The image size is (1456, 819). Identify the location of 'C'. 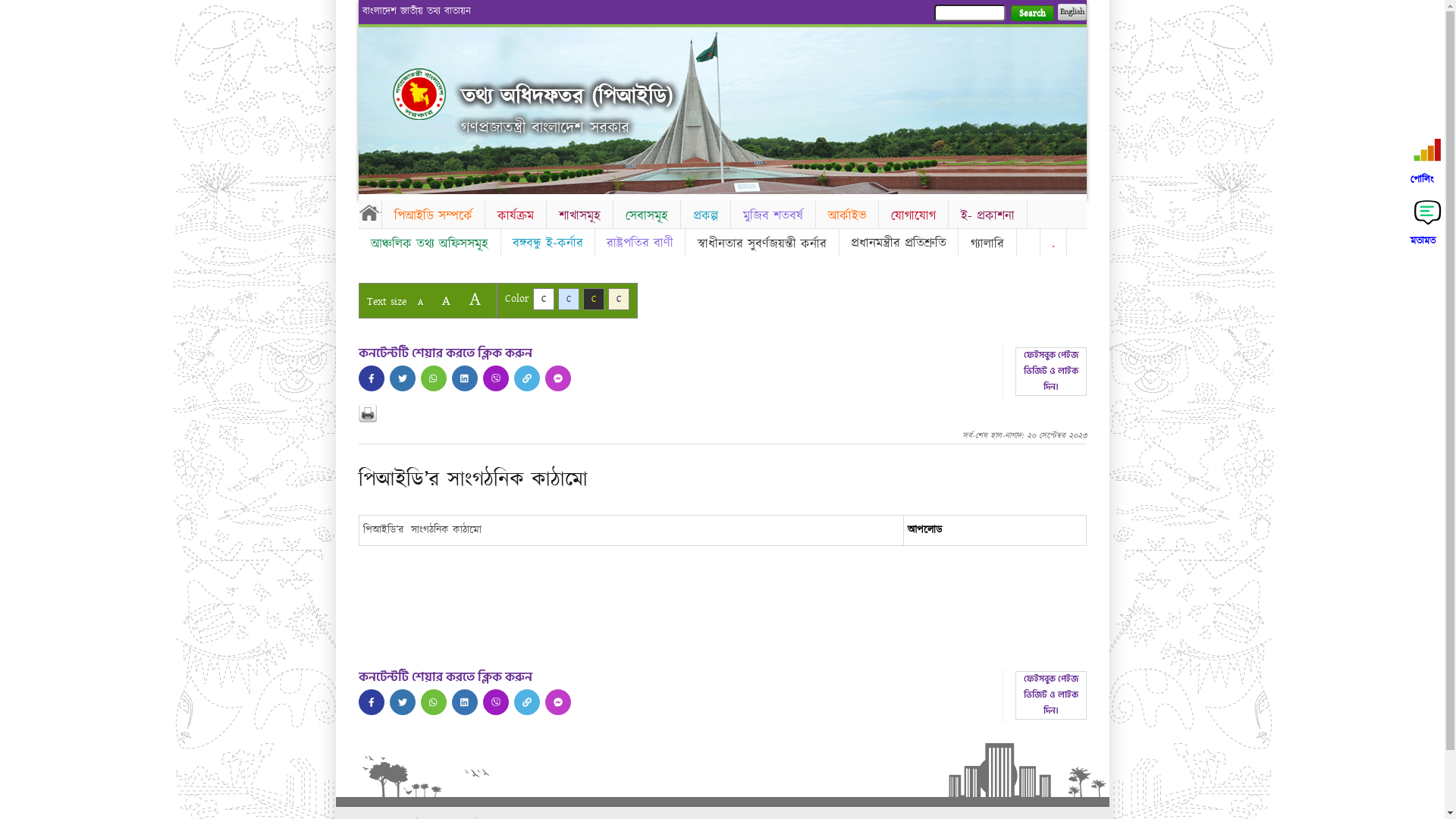
(619, 299).